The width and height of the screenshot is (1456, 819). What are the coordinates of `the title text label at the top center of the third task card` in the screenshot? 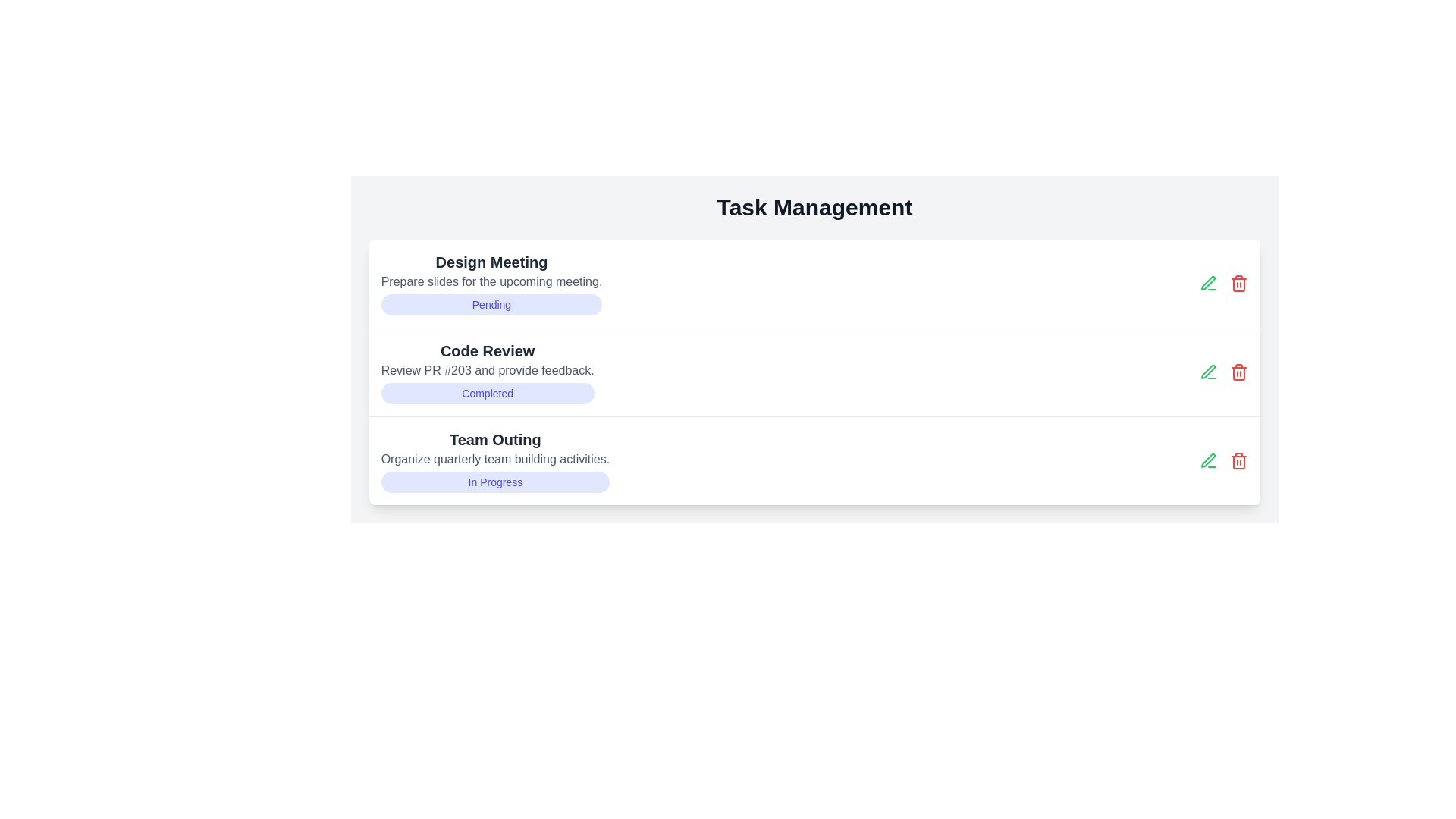 It's located at (495, 439).